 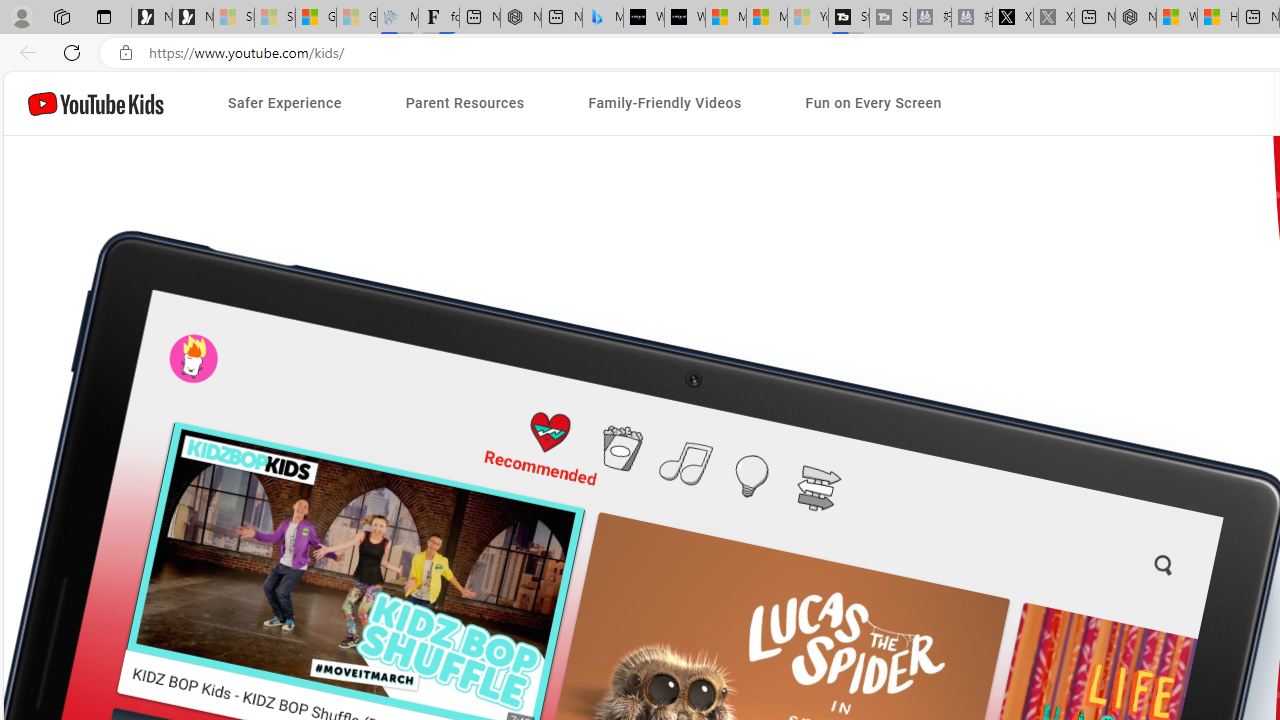 What do you see at coordinates (1136, 17) in the screenshot?
I see `'Nordace - My Account'` at bounding box center [1136, 17].